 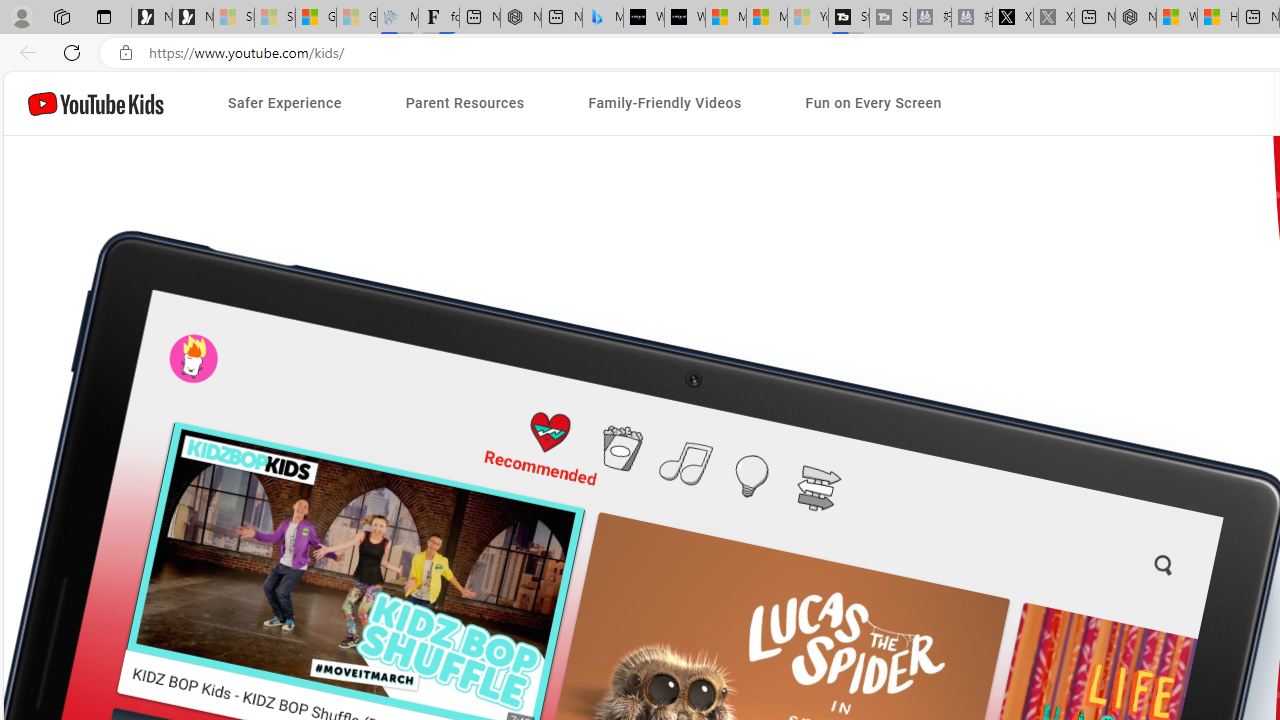 What do you see at coordinates (1136, 17) in the screenshot?
I see `'Nordace - My Account'` at bounding box center [1136, 17].